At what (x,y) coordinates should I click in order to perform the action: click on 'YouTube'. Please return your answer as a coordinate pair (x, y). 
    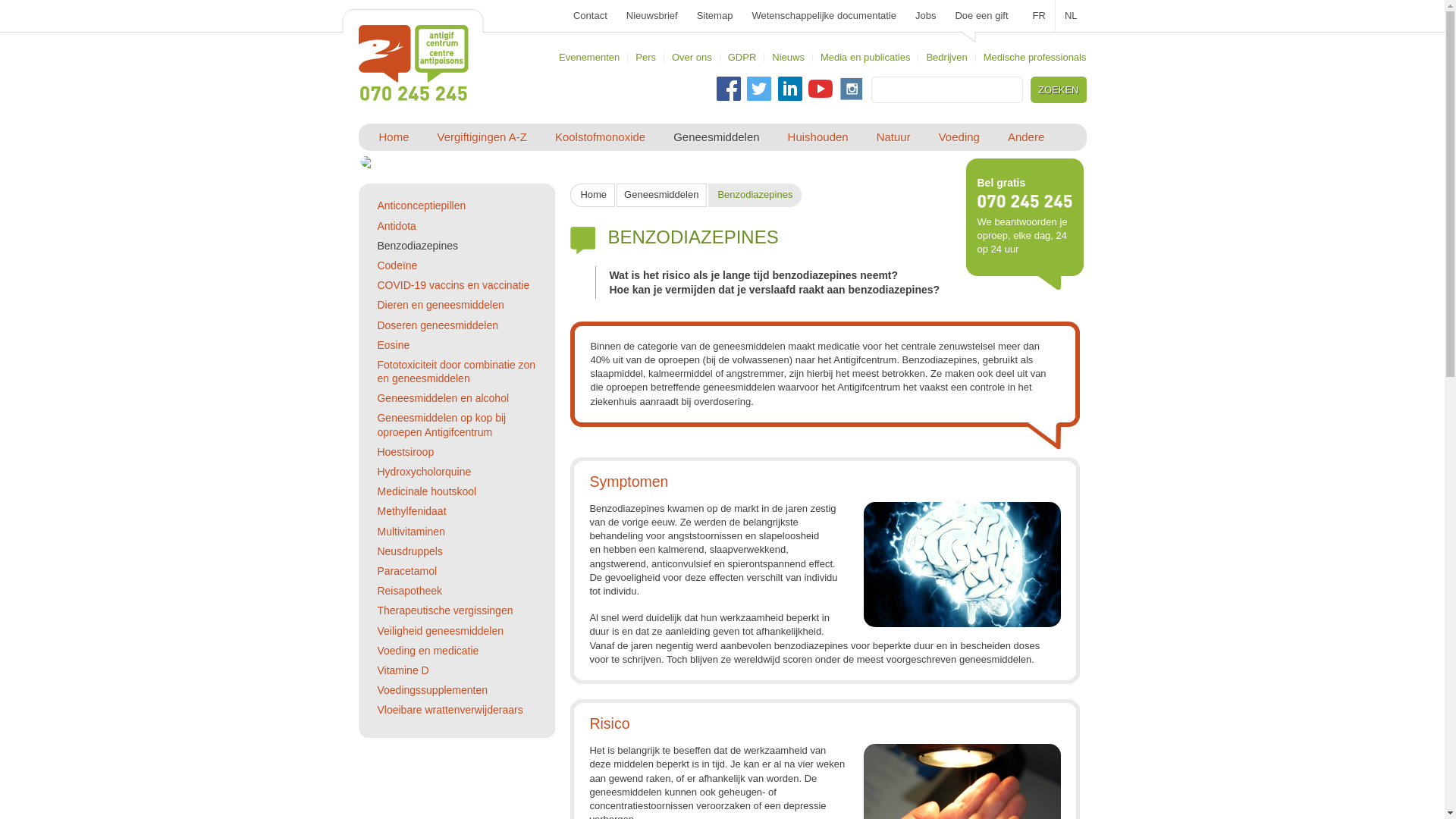
    Looking at the image, I should click on (819, 88).